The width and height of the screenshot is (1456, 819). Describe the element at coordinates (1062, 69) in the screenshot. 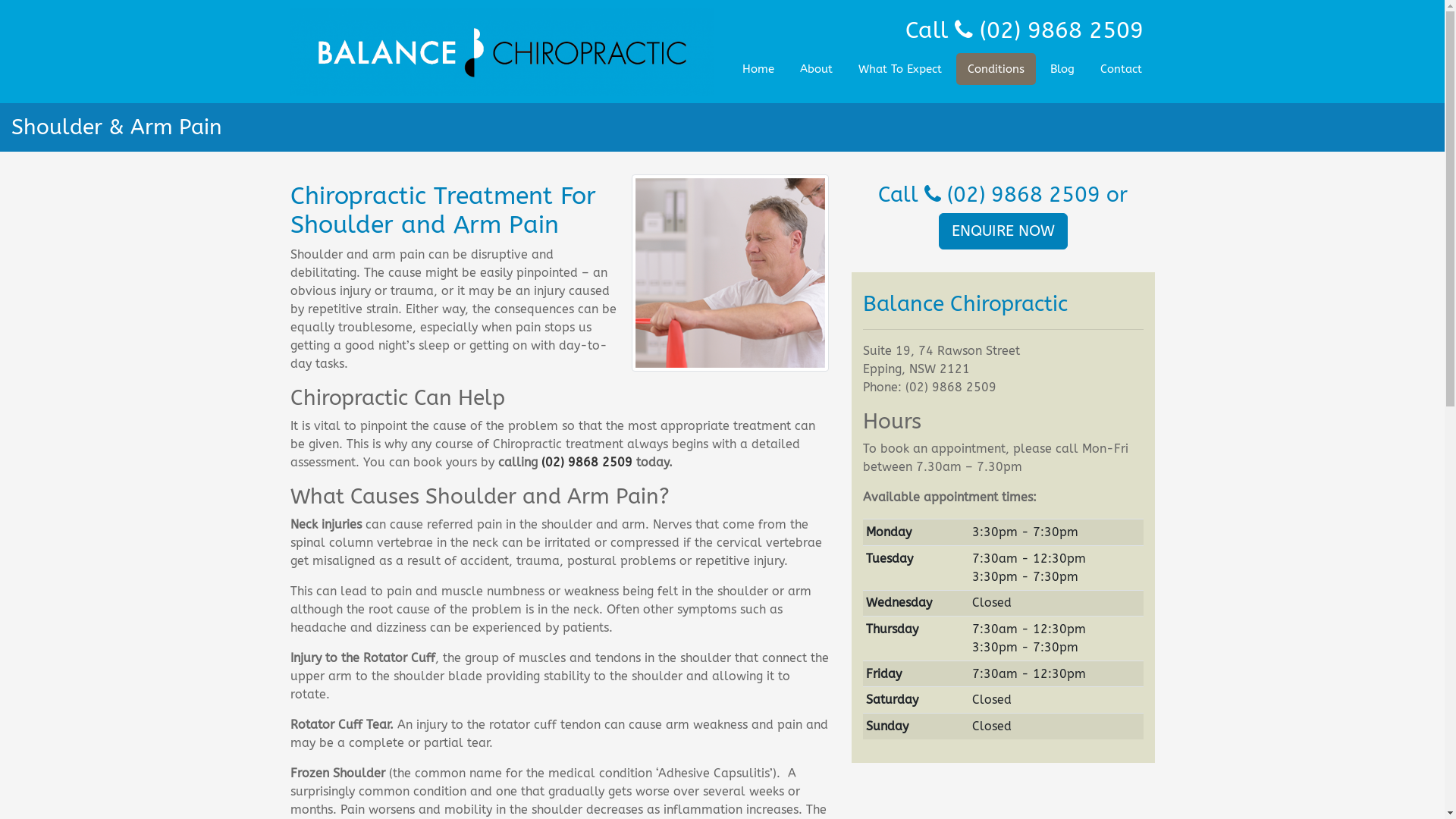

I see `'Blog'` at that location.